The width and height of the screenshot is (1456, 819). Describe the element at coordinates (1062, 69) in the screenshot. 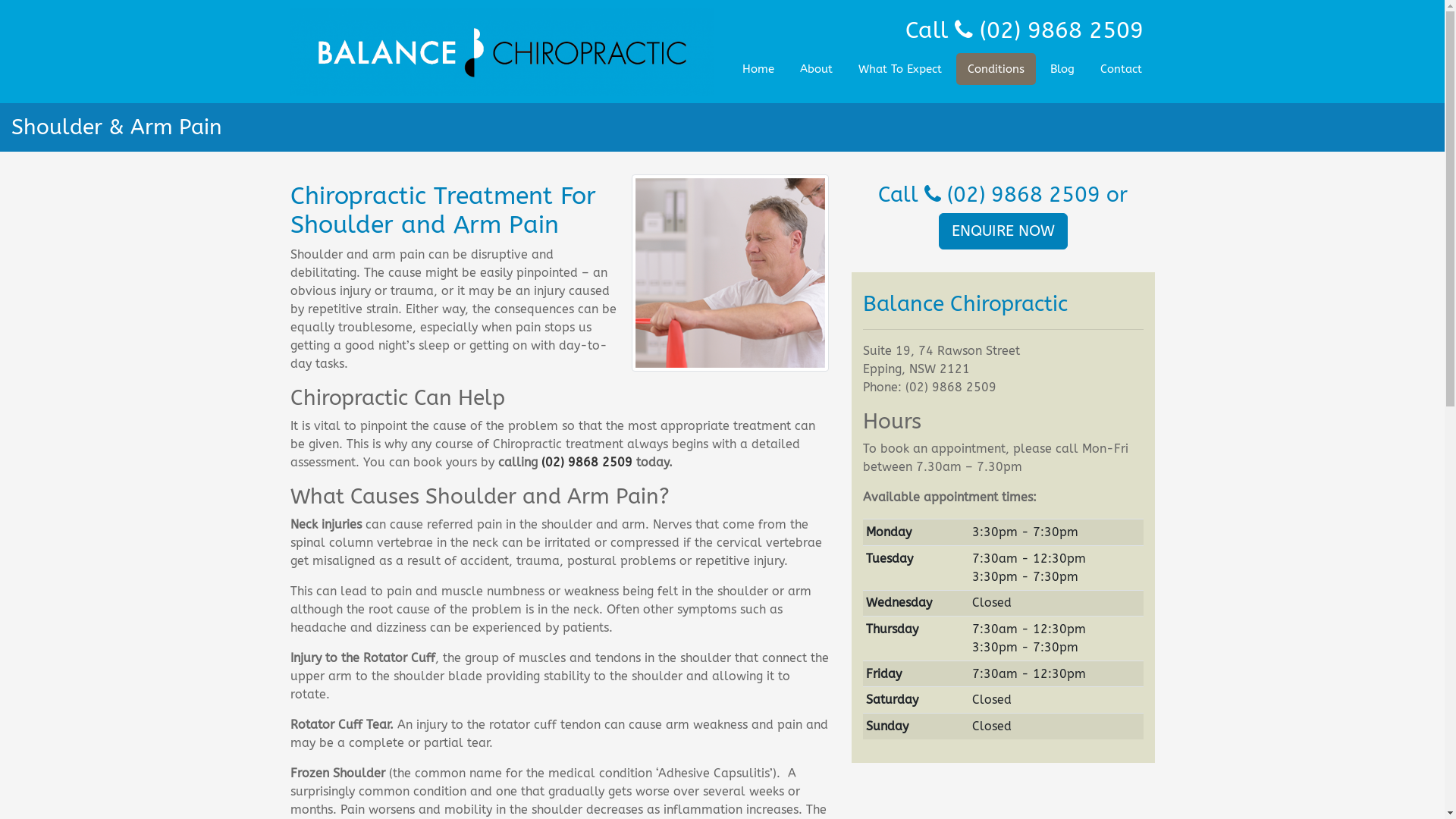

I see `'Blog'` at that location.